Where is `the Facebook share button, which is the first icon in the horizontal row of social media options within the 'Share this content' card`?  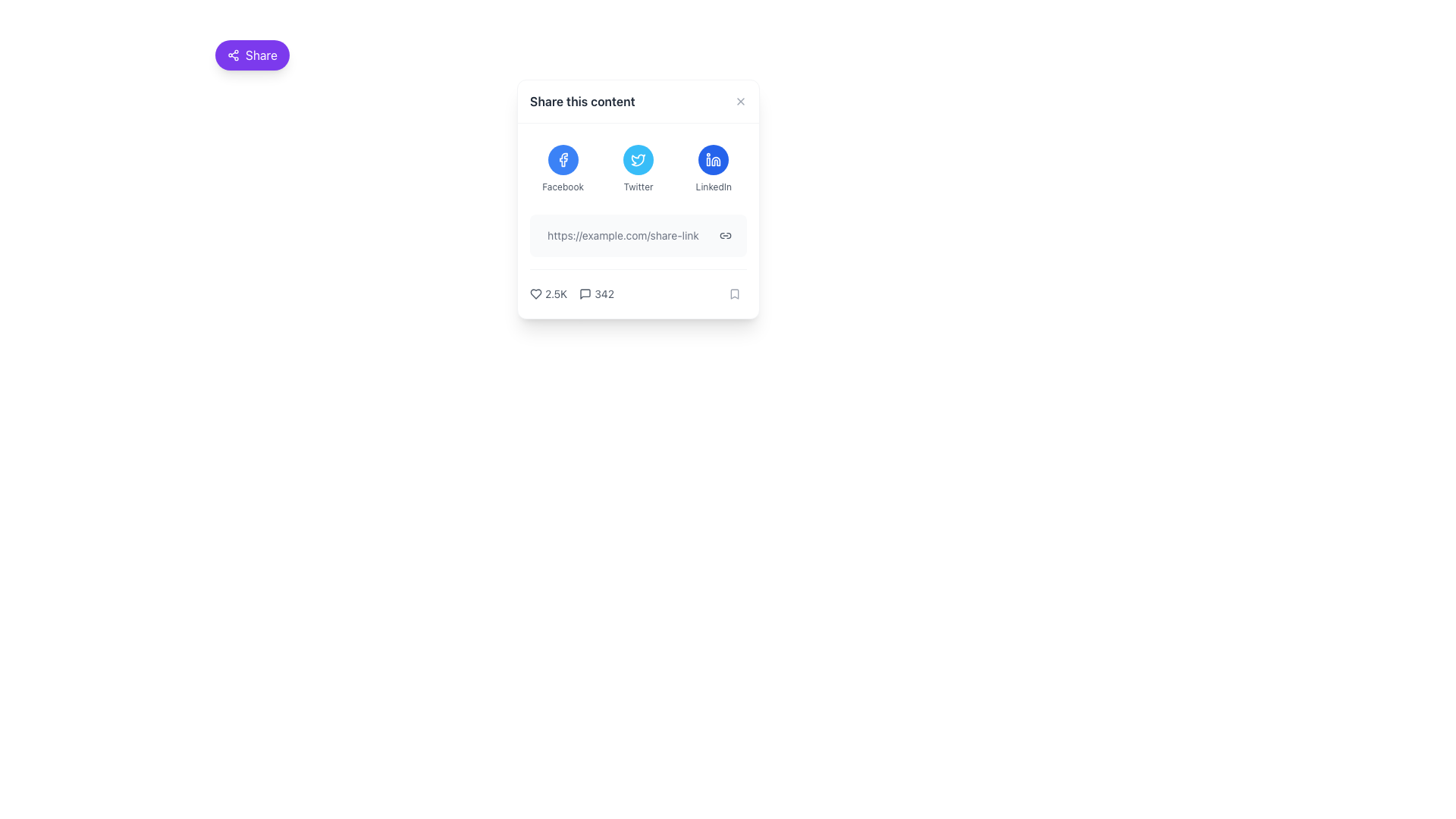 the Facebook share button, which is the first icon in the horizontal row of social media options within the 'Share this content' card is located at coordinates (562, 160).